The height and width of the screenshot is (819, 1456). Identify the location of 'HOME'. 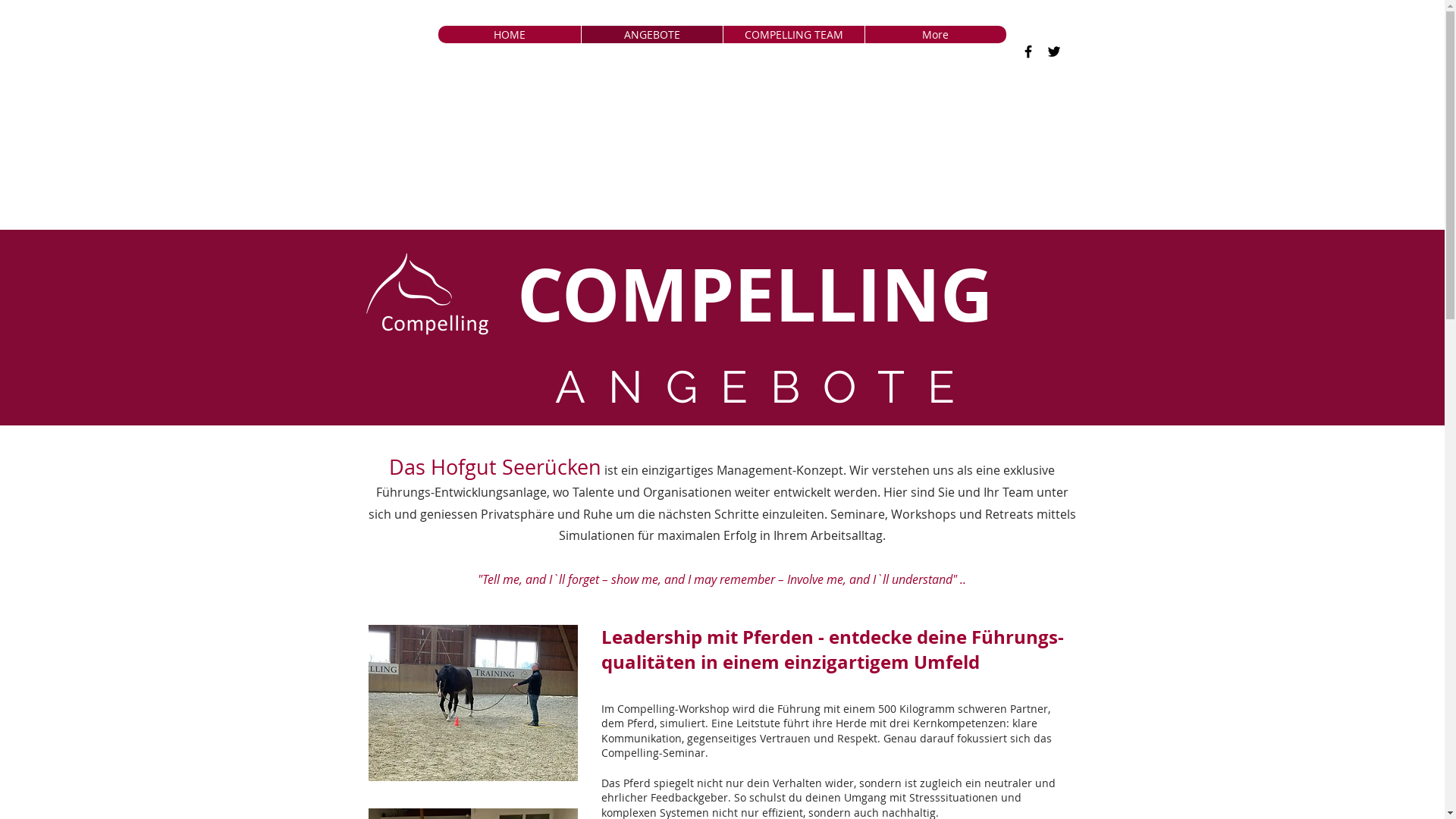
(510, 34).